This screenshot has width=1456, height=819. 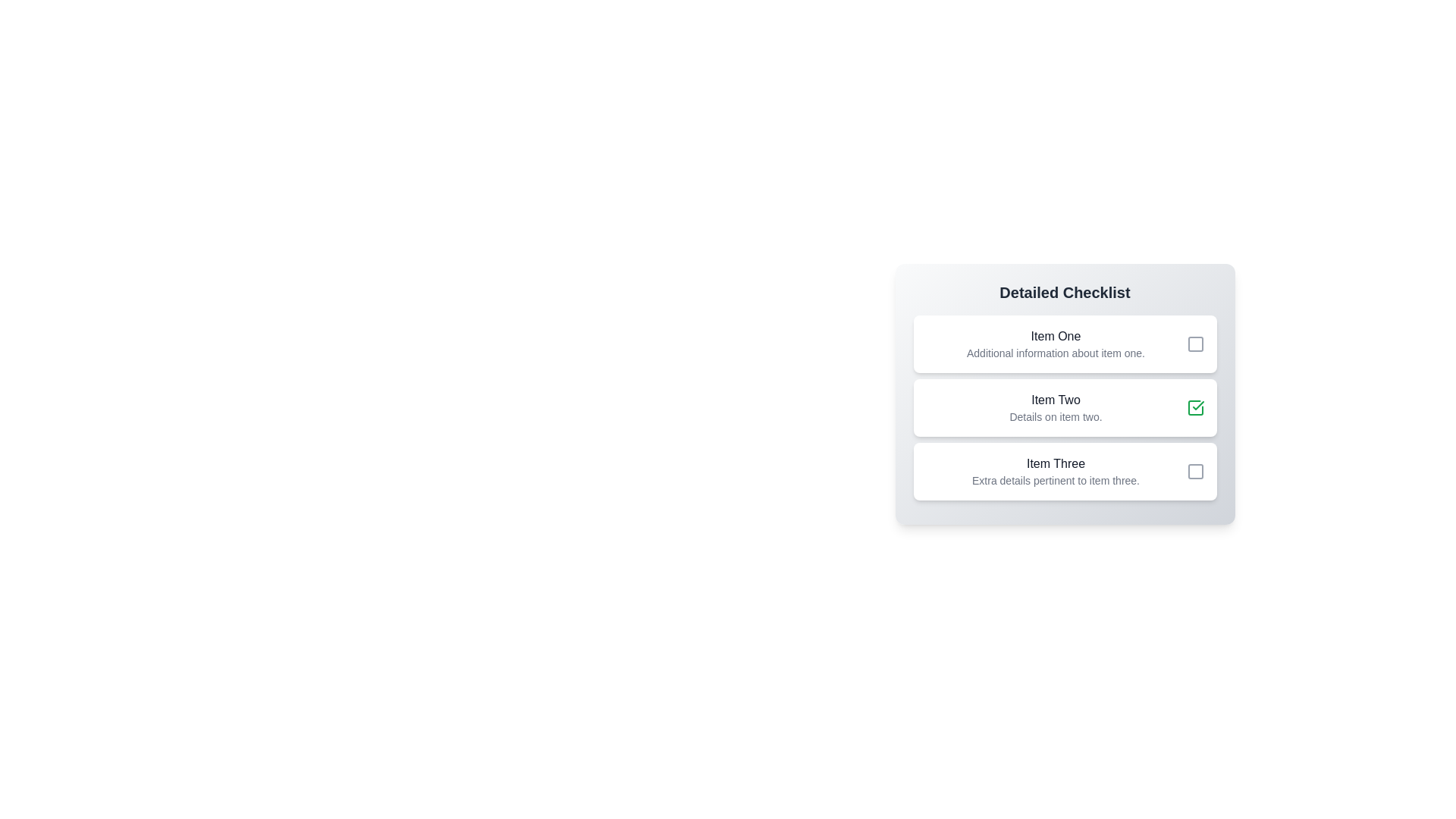 What do you see at coordinates (1064, 406) in the screenshot?
I see `the list item labeled 'Item Two' in the Detailed Checklist to mark it as done` at bounding box center [1064, 406].